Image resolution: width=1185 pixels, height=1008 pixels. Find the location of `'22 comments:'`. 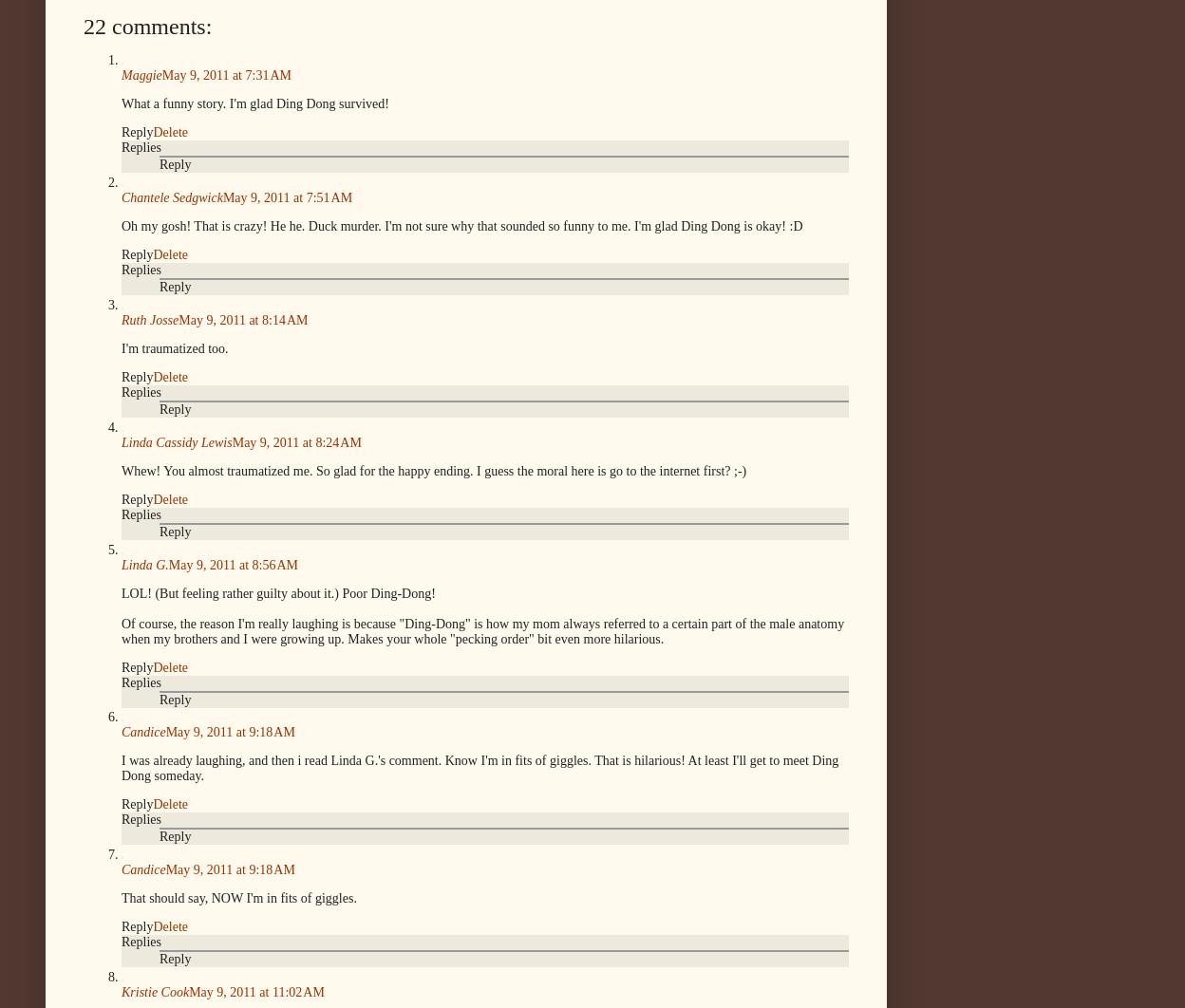

'22 comments:' is located at coordinates (82, 27).